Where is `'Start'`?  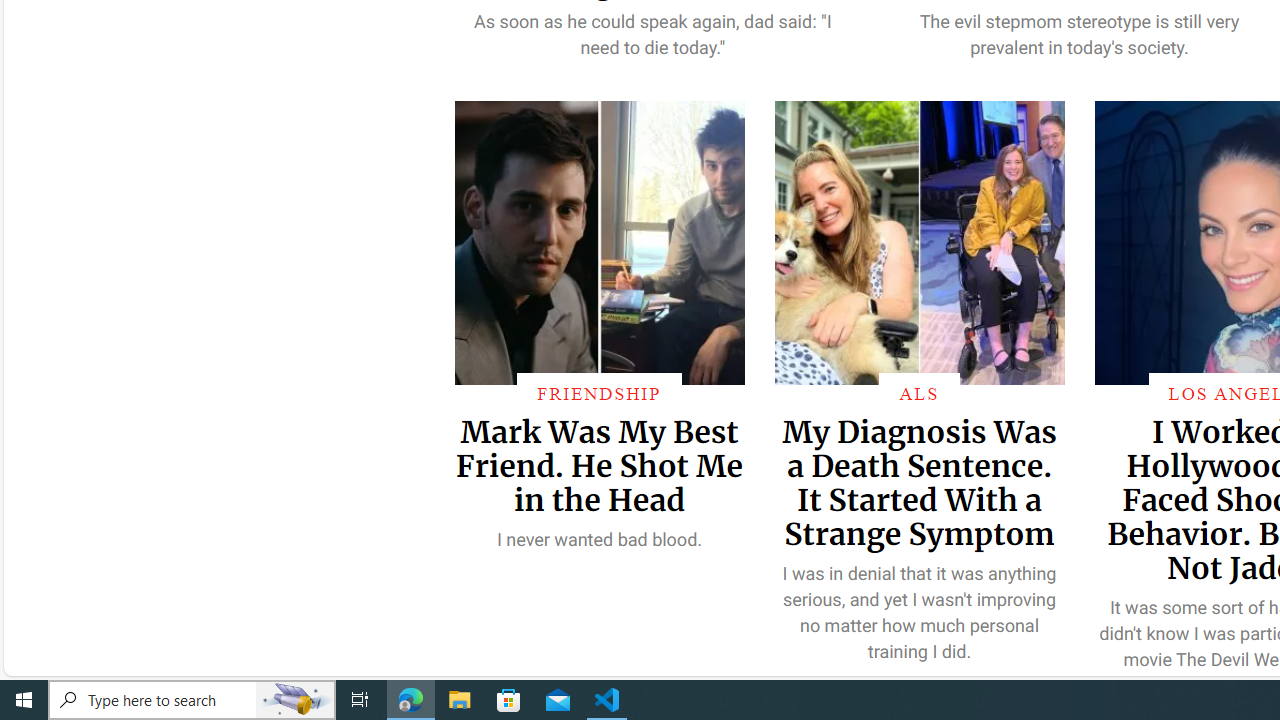 'Start' is located at coordinates (24, 698).